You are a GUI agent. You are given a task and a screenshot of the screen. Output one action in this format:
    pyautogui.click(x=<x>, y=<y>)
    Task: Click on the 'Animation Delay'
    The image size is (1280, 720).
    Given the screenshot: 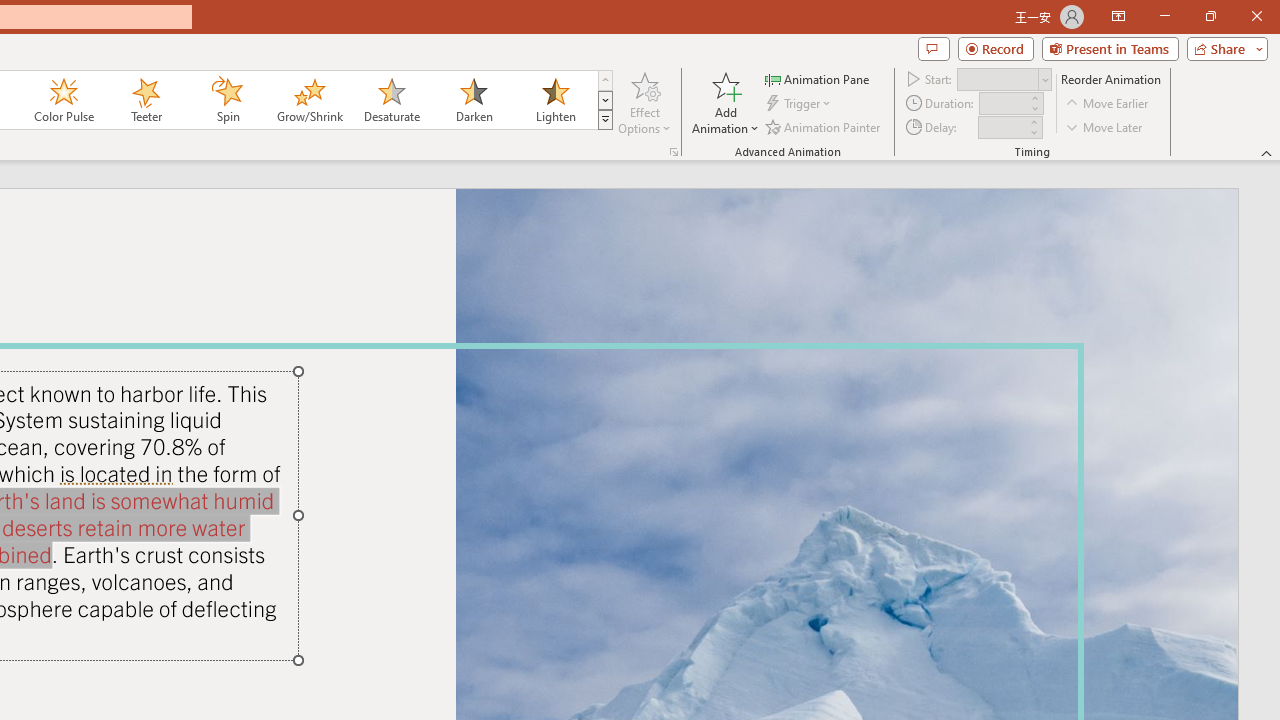 What is the action you would take?
    pyautogui.click(x=1002, y=127)
    